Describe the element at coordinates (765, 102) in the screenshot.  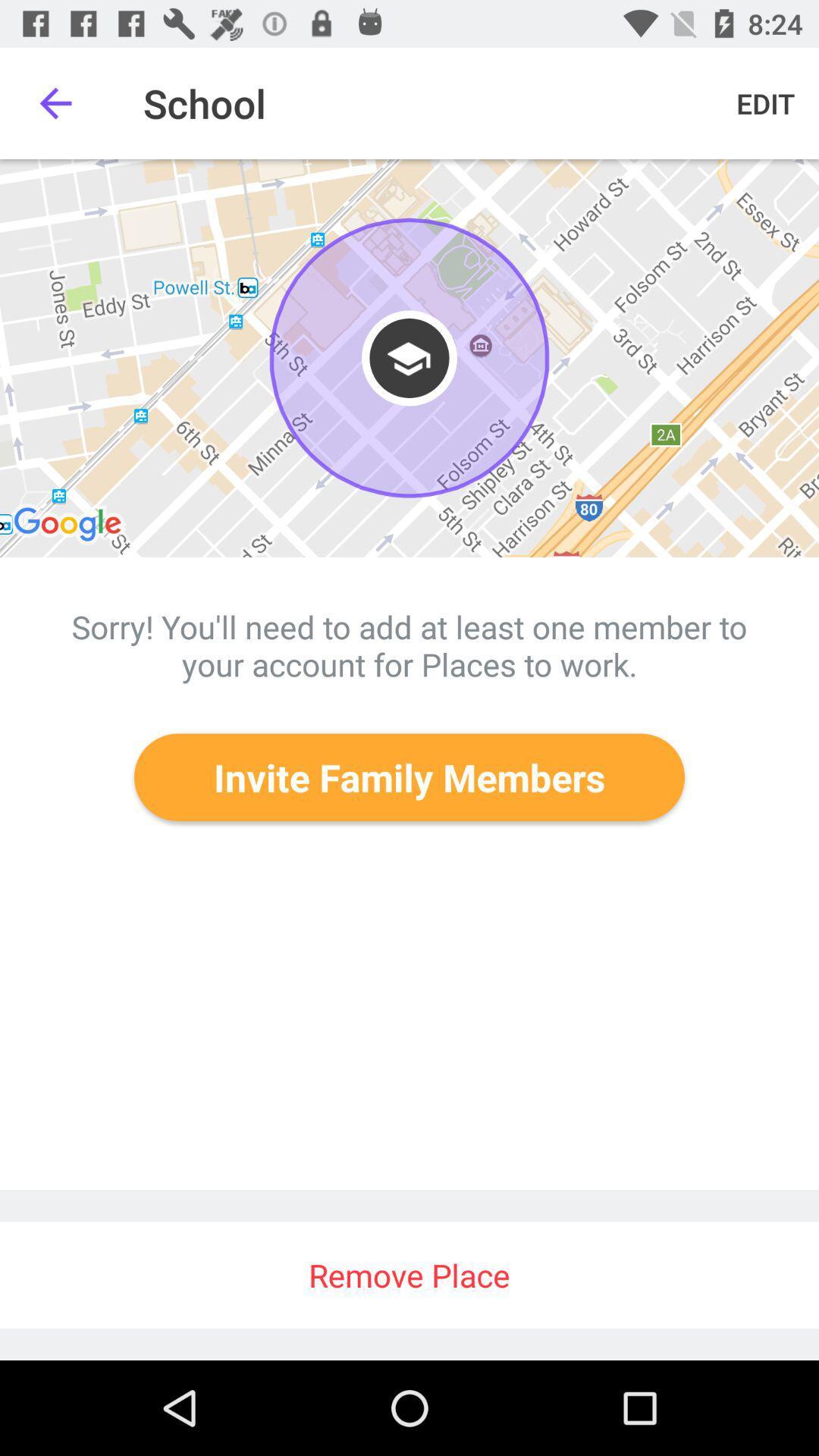
I see `item next to the school` at that location.